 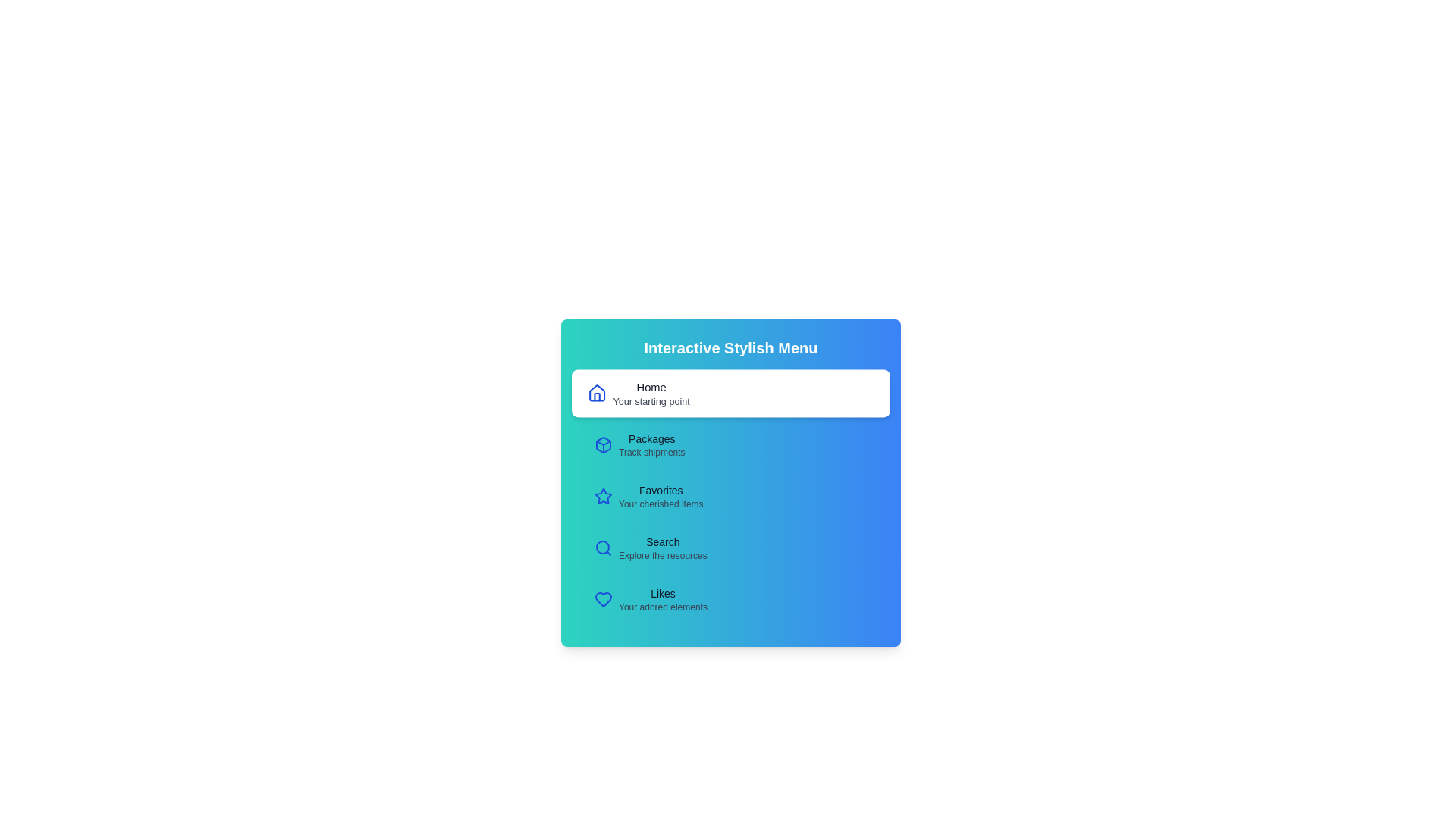 What do you see at coordinates (731, 444) in the screenshot?
I see `the menu item Packages` at bounding box center [731, 444].